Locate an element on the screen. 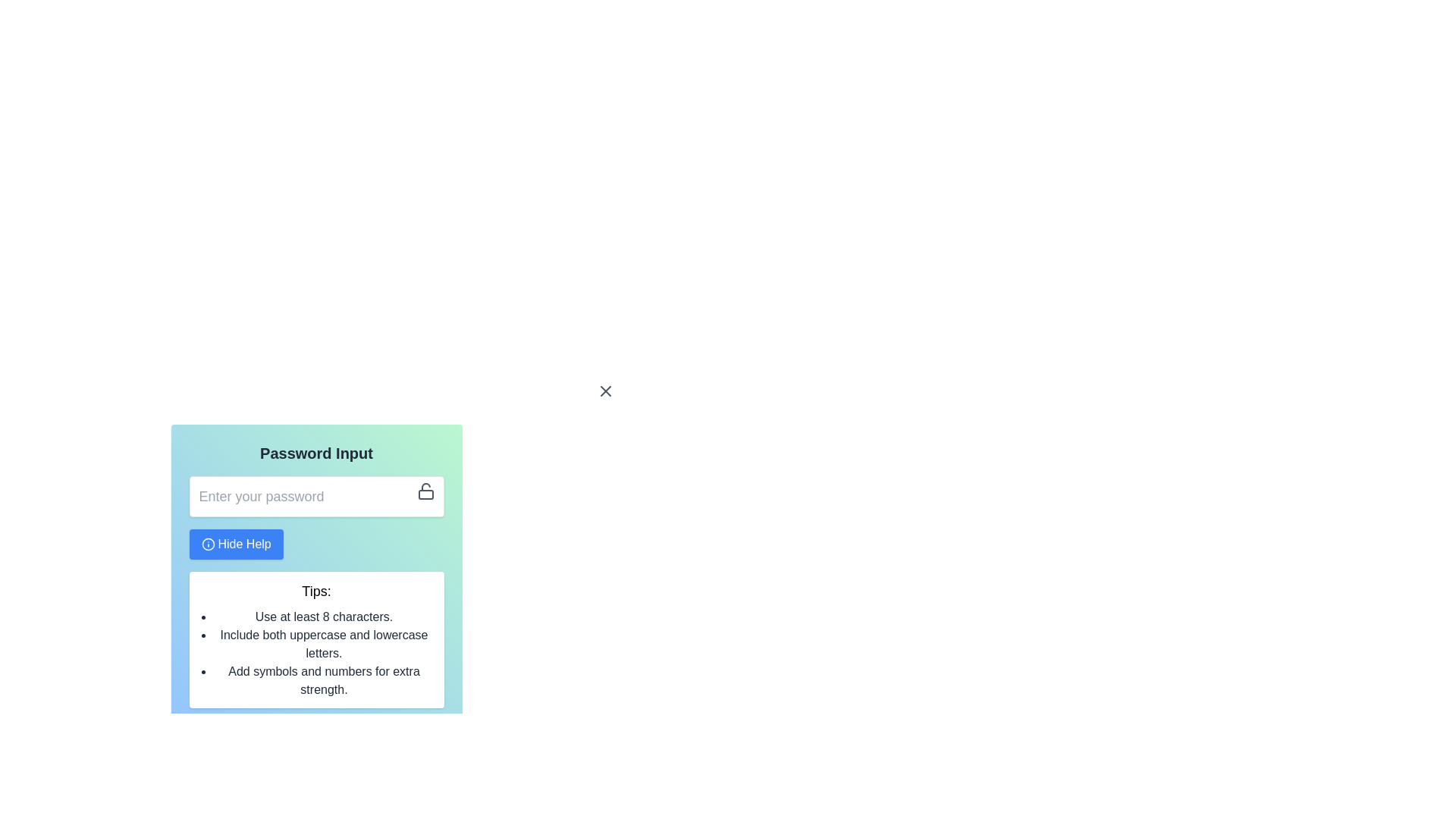  the lower rectangular part of the lock icon, which symbolizes security and is positioned to the right of the password input field is located at coordinates (425, 494).